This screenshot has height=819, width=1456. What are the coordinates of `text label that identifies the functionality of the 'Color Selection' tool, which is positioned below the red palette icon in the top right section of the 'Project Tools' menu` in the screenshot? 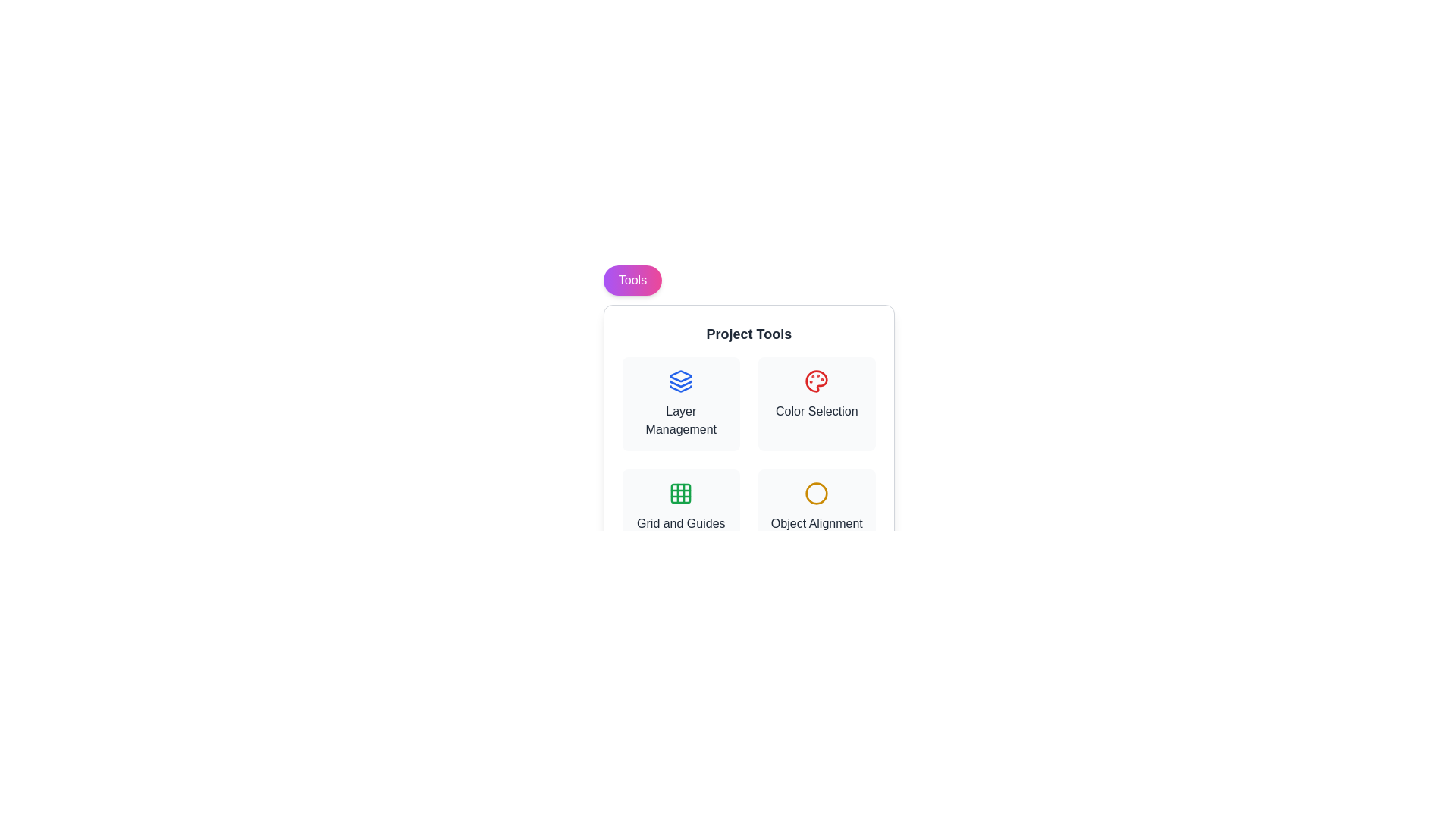 It's located at (816, 412).